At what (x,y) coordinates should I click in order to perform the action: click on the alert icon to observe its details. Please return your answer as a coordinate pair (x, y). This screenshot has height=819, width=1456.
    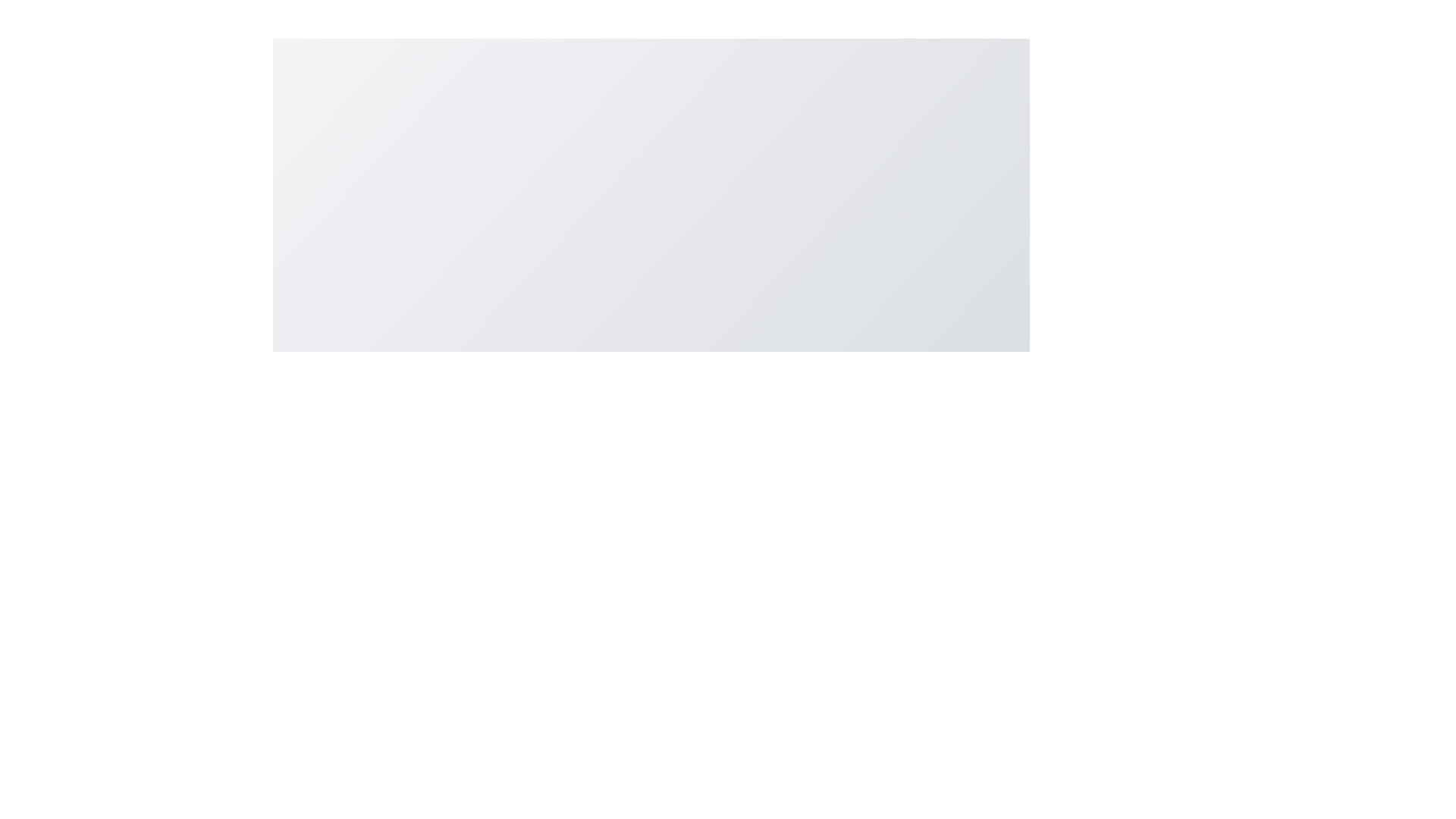
    Looking at the image, I should click on (482, 408).